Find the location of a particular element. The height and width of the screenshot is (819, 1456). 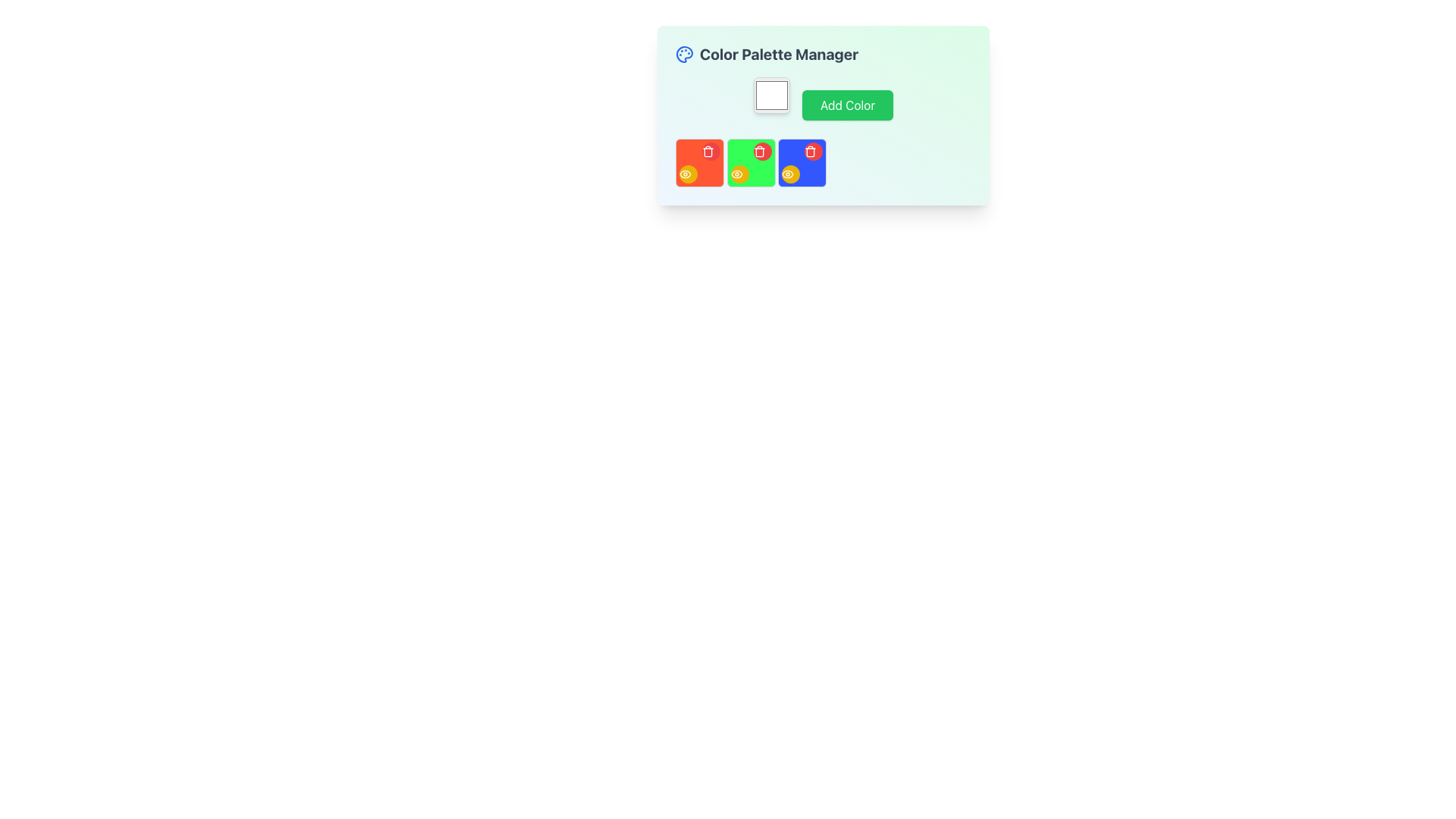

the central body of the trash can icon, which is a rounded rectangular vector graphic with flat edges, located top-central in the UI below the 'Add Color' button is located at coordinates (708, 152).